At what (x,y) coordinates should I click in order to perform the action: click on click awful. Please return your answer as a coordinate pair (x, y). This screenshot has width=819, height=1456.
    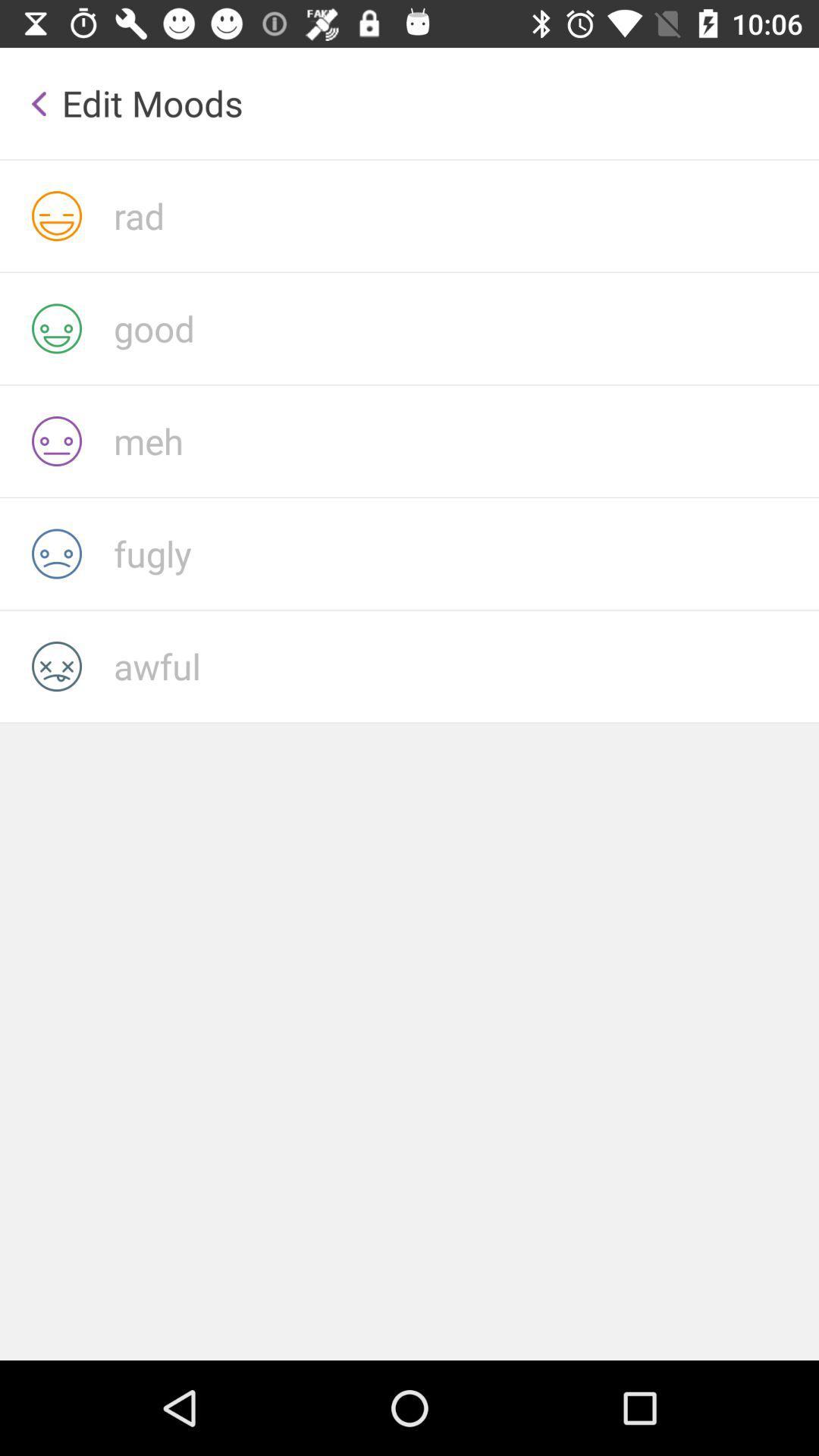
    Looking at the image, I should click on (465, 666).